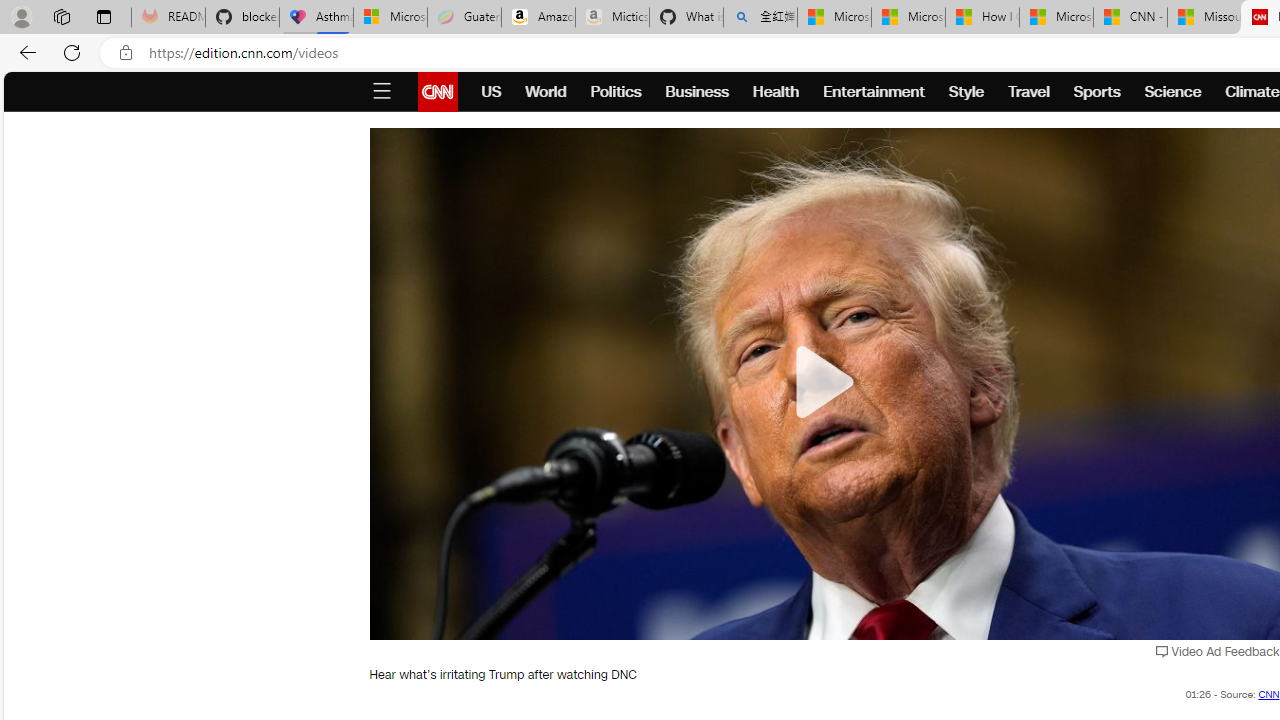  Describe the element at coordinates (315, 17) in the screenshot. I see `'Asthma Inhalers: Names and Types'` at that location.